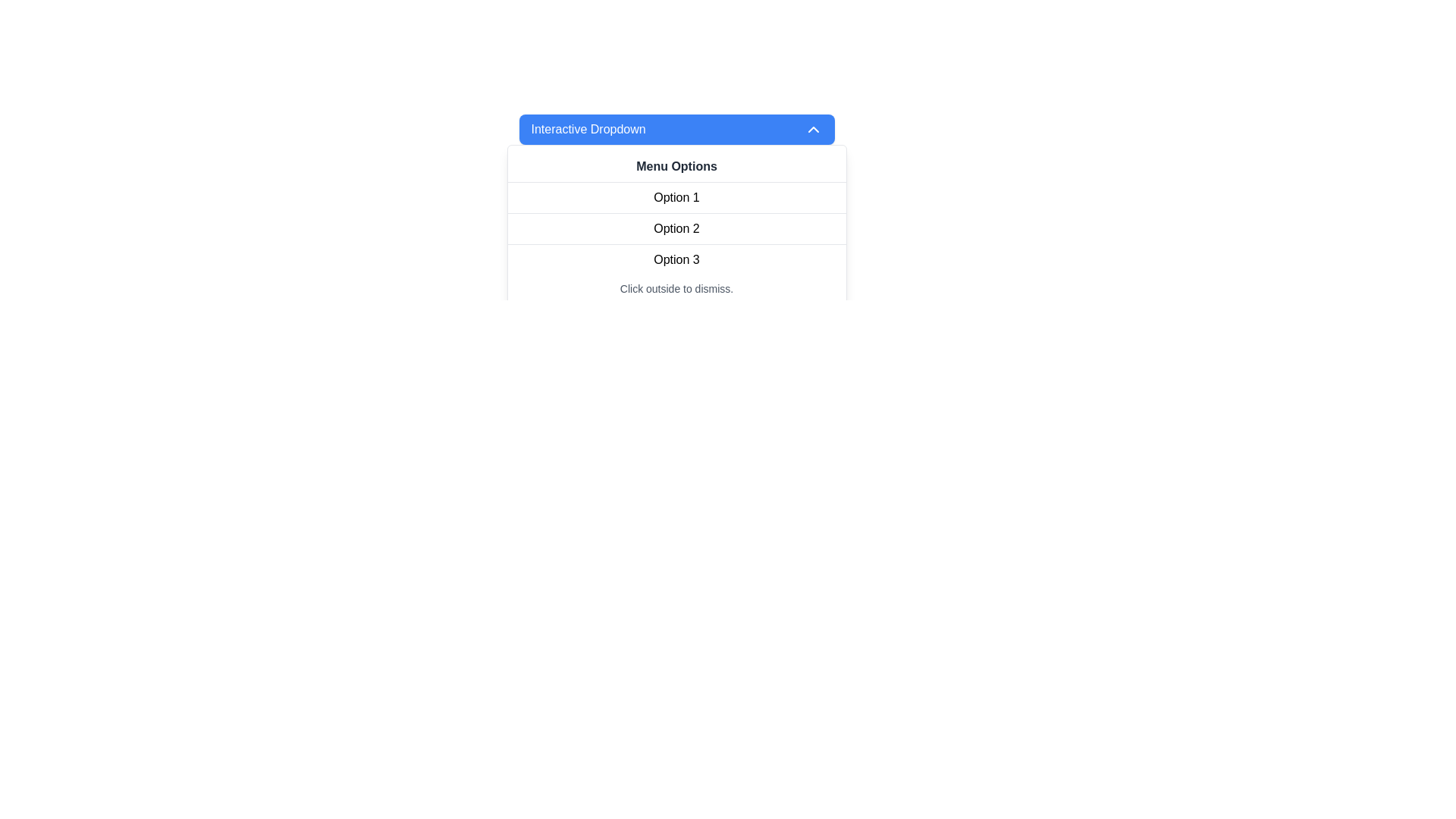  I want to click on the third option in the dropdown menu labeled 'Interactive Dropdown', so click(676, 259).